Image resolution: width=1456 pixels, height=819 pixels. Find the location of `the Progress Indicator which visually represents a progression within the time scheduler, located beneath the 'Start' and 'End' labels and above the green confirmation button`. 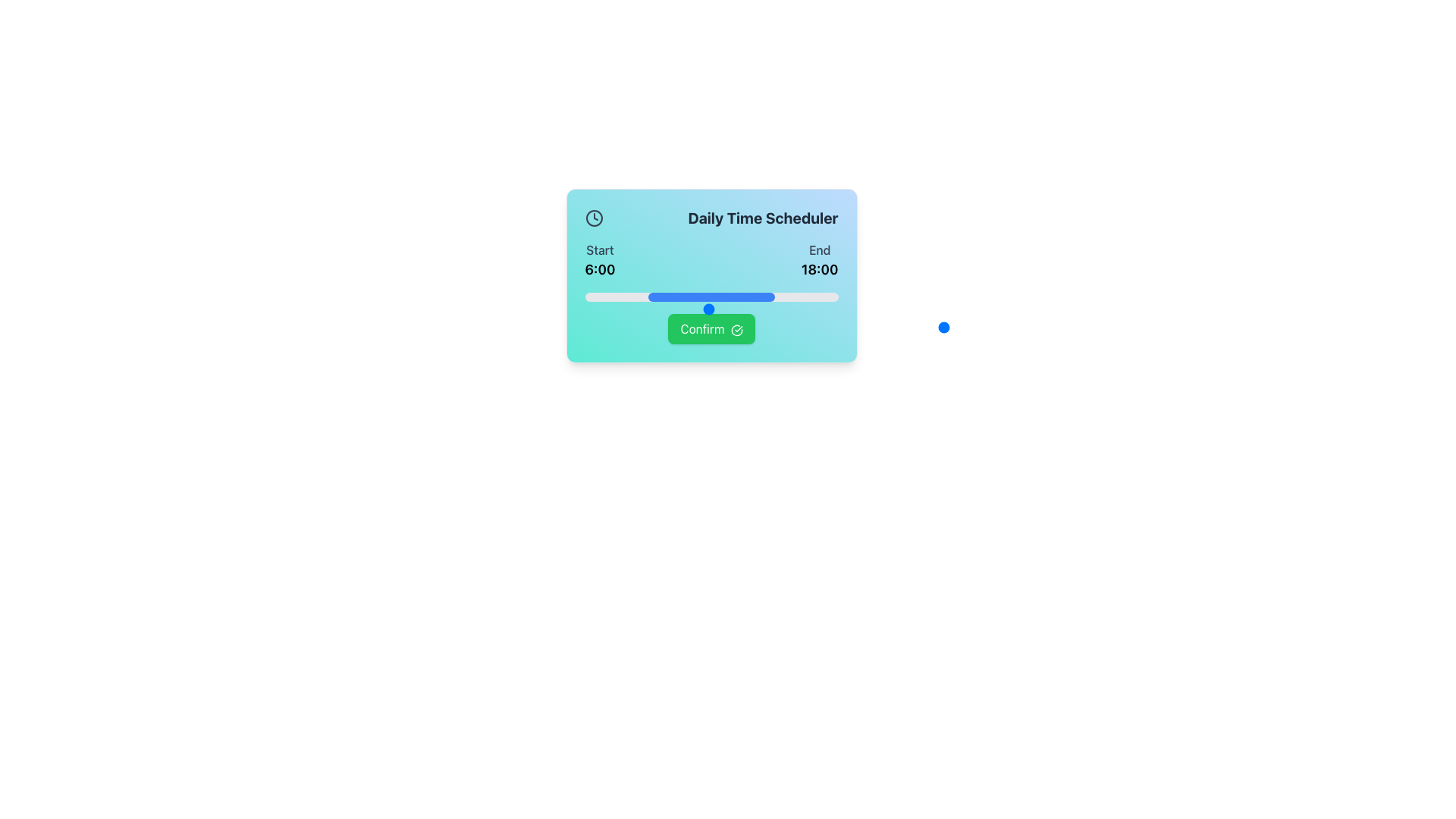

the Progress Indicator which visually represents a progression within the time scheduler, located beneath the 'Start' and 'End' labels and above the green confirmation button is located at coordinates (711, 297).